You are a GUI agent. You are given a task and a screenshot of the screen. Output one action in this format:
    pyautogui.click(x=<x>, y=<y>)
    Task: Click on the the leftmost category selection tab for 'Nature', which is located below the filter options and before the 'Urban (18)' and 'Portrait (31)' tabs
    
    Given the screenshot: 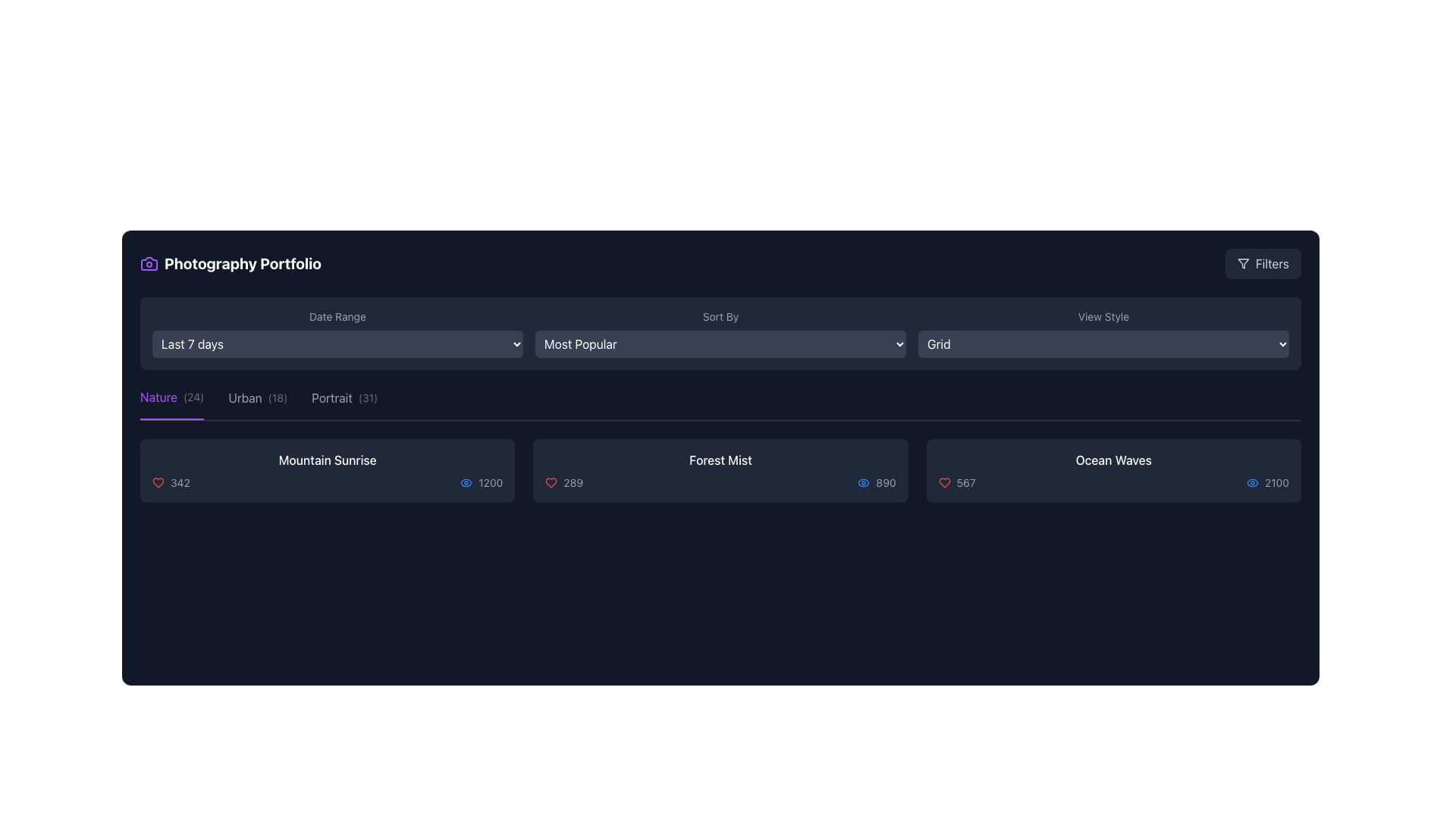 What is the action you would take?
    pyautogui.click(x=172, y=403)
    